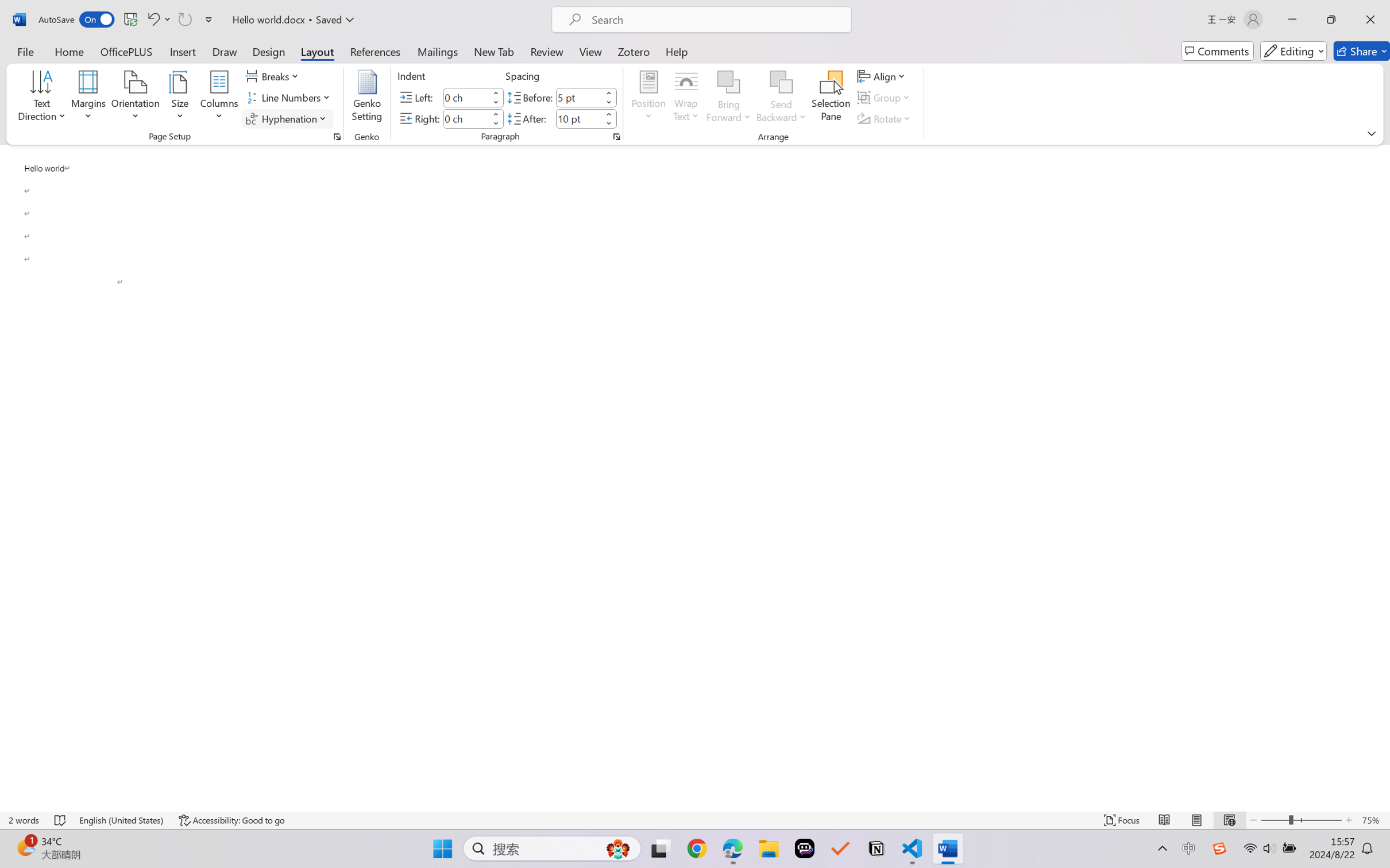  What do you see at coordinates (729, 98) in the screenshot?
I see `'Bring Forward'` at bounding box center [729, 98].